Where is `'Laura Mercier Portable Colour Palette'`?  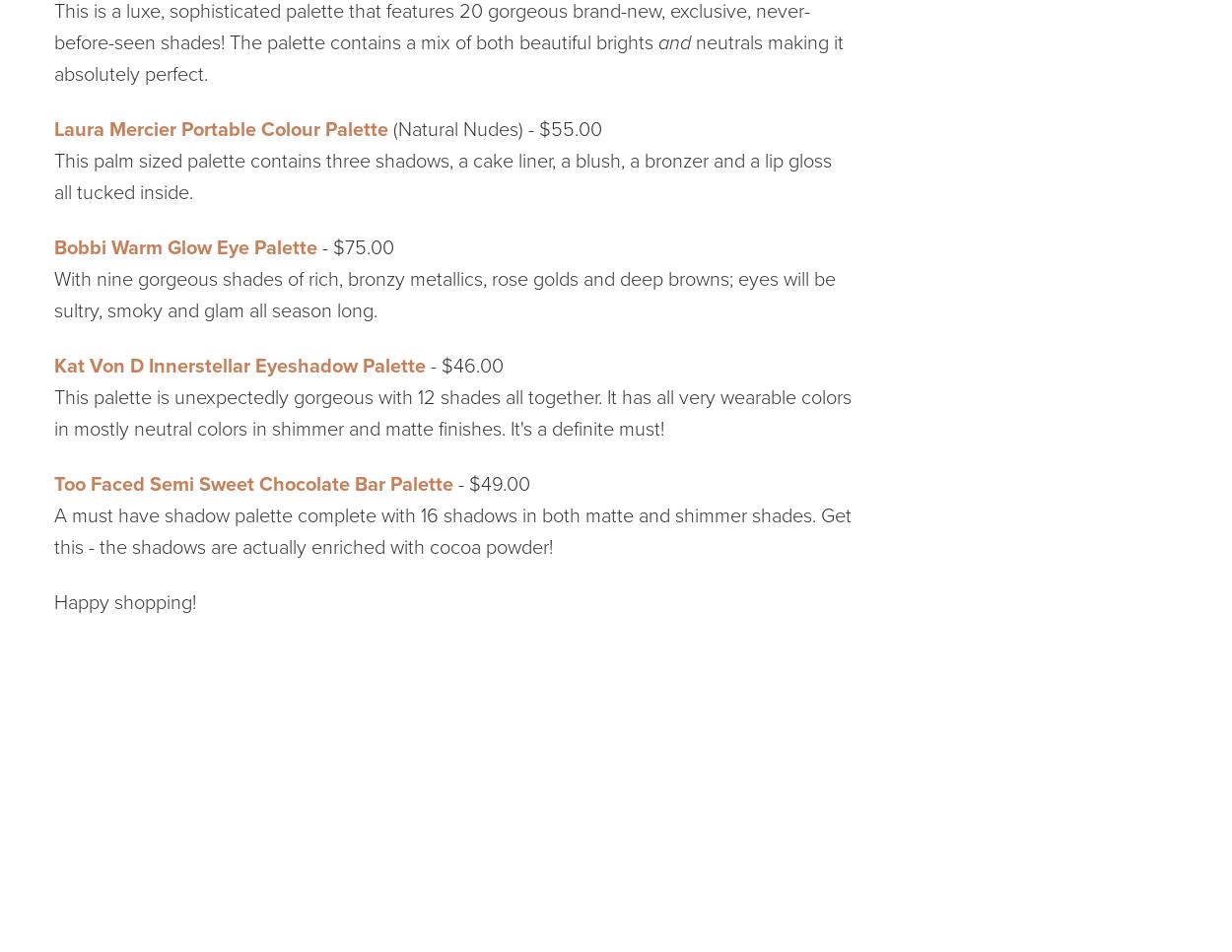
'Laura Mercier Portable Colour Palette' is located at coordinates (220, 128).